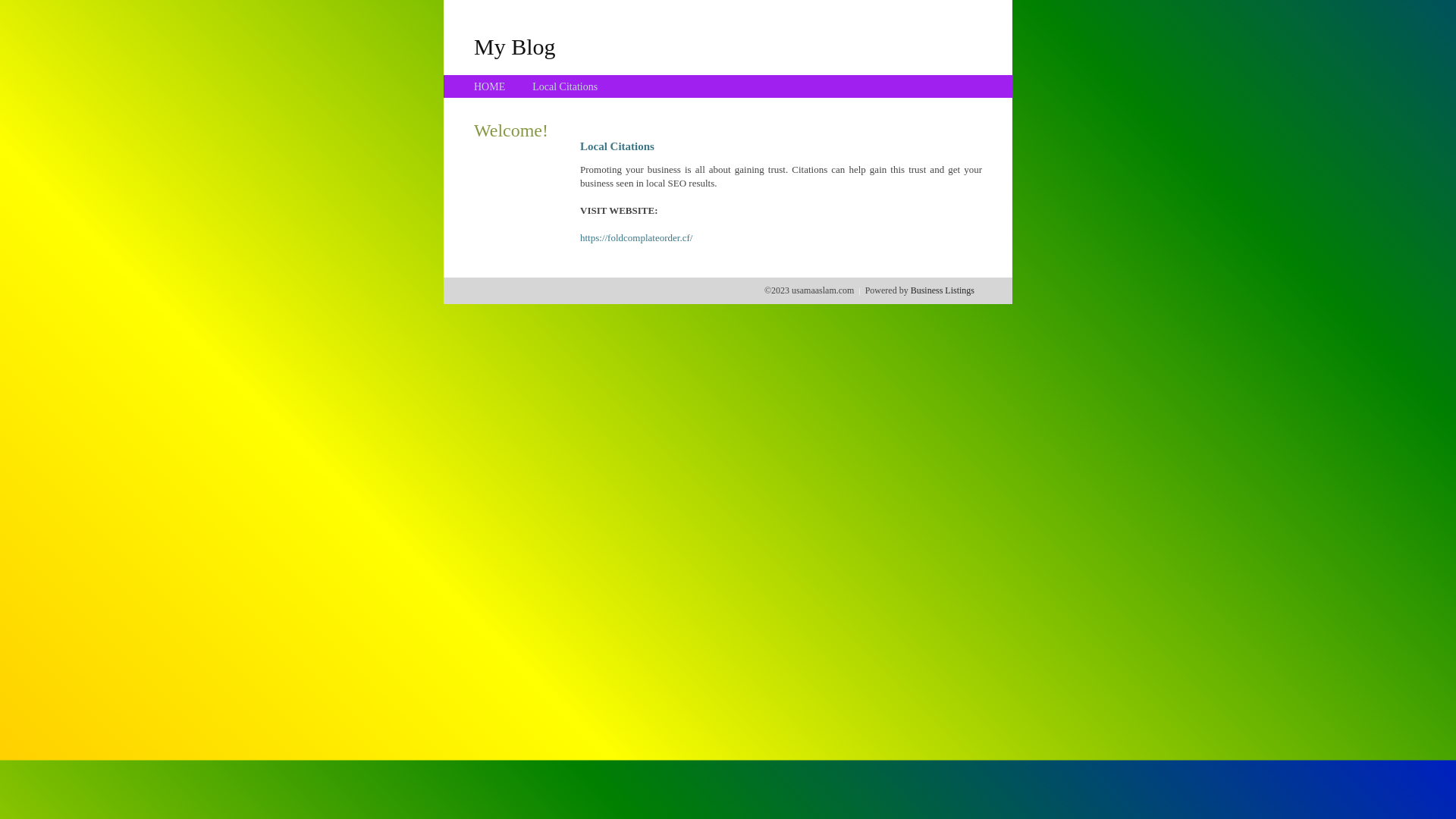 The image size is (1456, 819). What do you see at coordinates (563, 86) in the screenshot?
I see `'Local Citations'` at bounding box center [563, 86].